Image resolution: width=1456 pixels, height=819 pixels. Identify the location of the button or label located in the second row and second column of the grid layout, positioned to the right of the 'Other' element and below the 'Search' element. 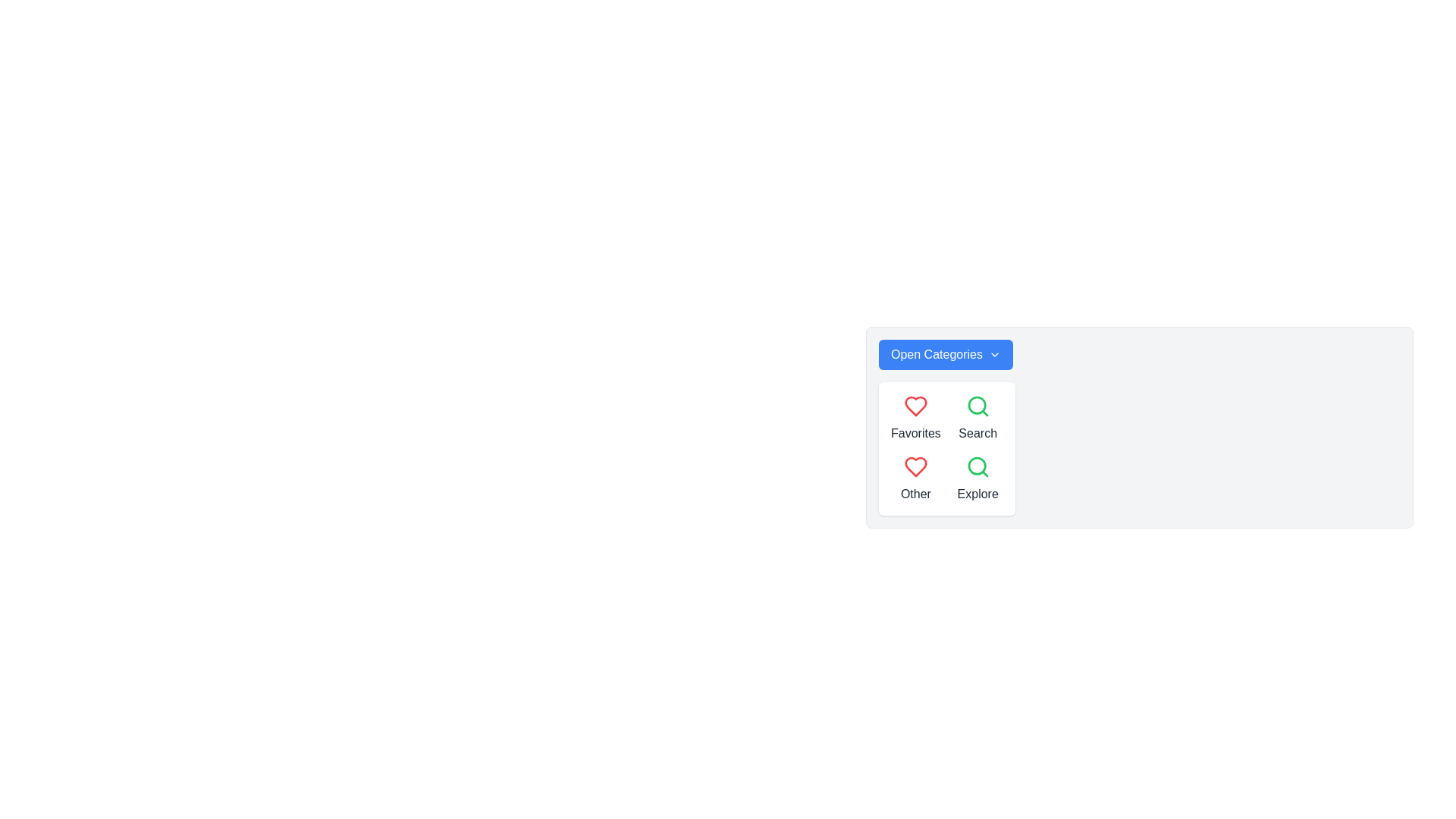
(977, 479).